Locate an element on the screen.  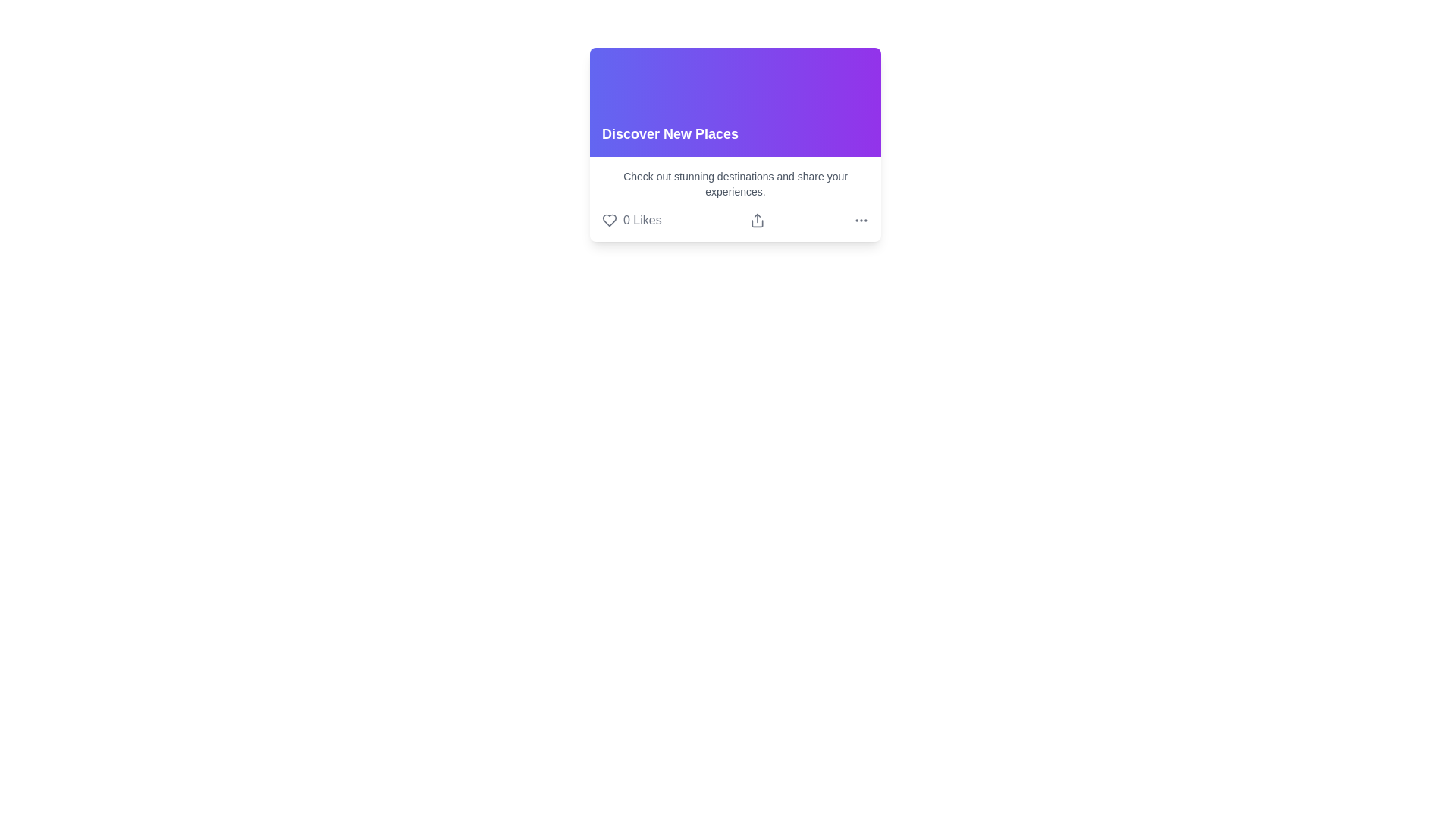
the like button located at the bottom-left corner of the 'Discover New Places' card is located at coordinates (632, 220).